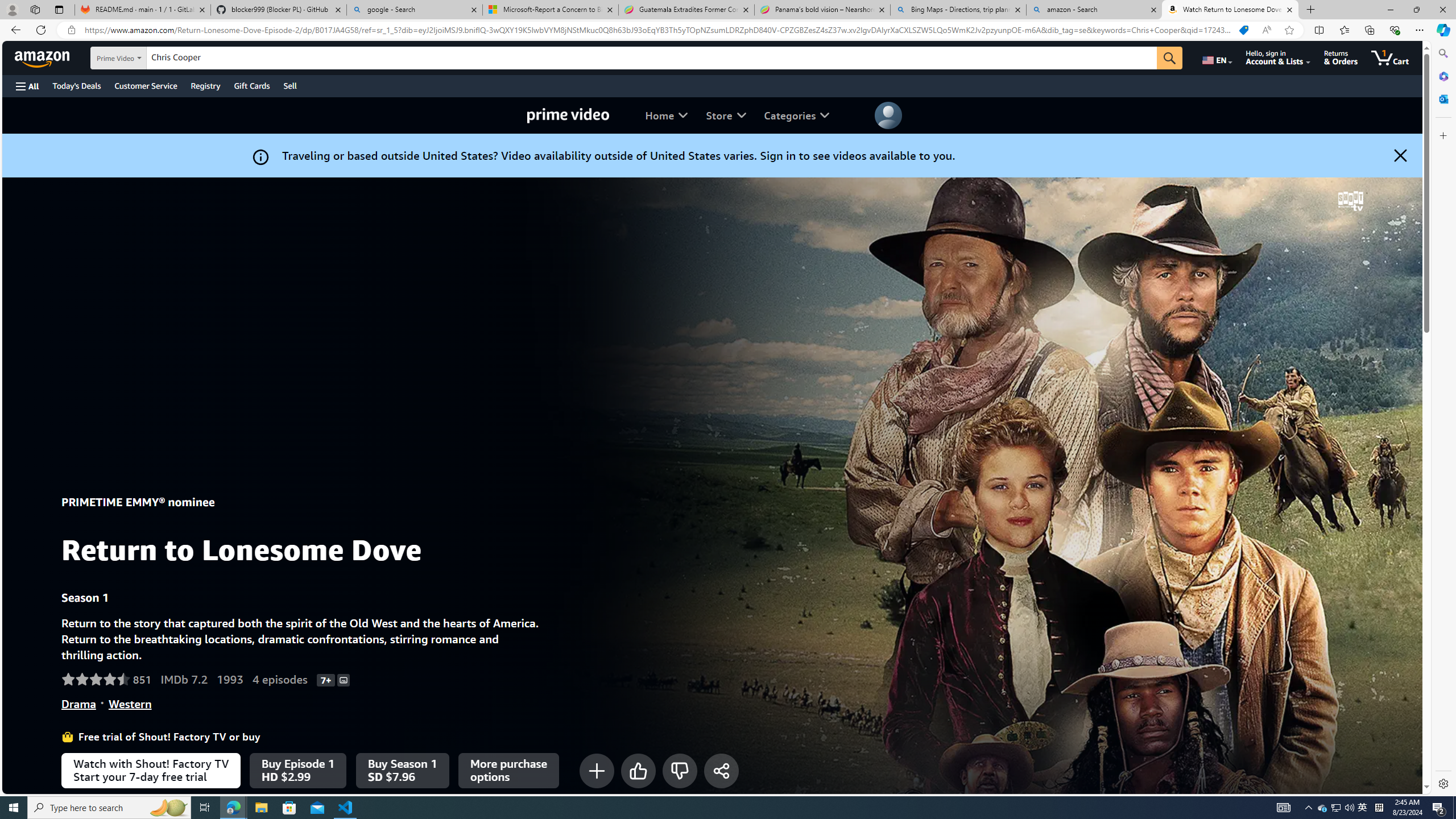  I want to click on 'Customer Service', so click(146, 85).